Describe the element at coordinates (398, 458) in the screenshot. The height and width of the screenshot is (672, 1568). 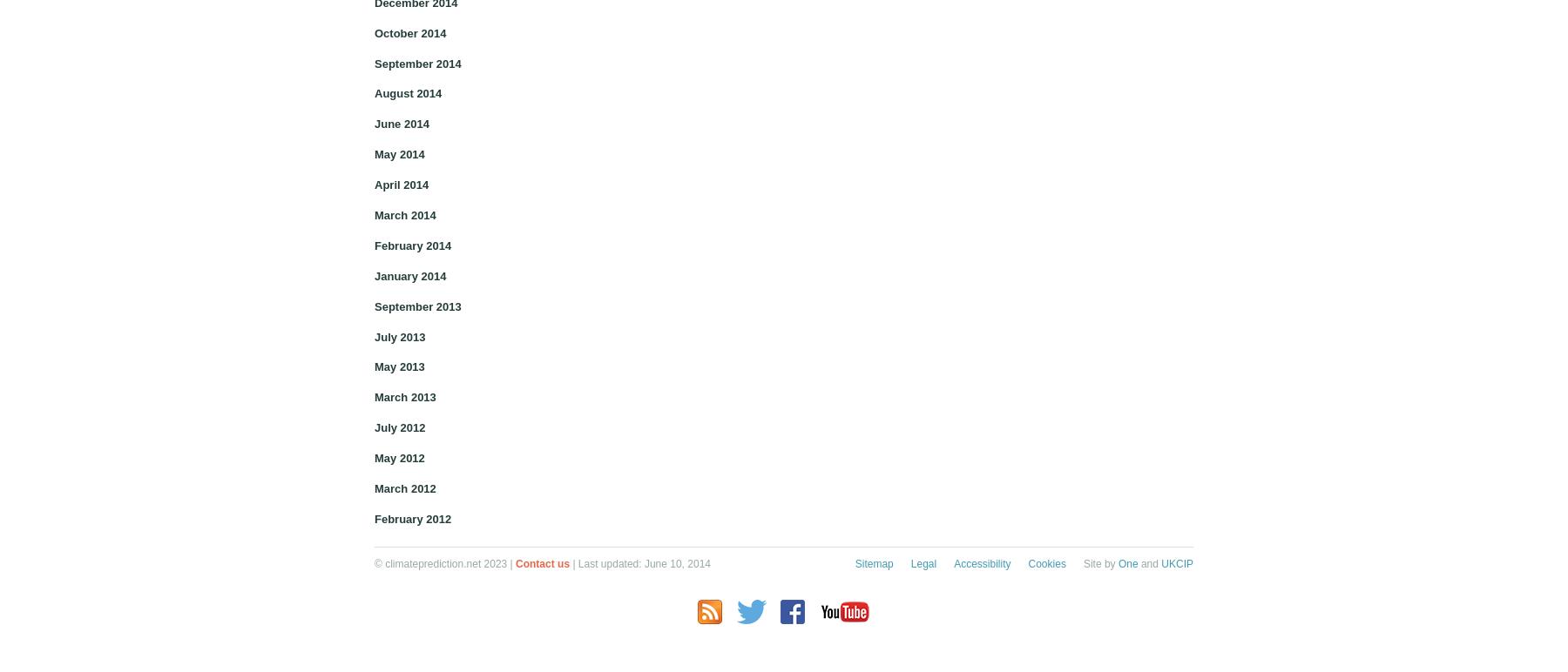
I see `'May 2012'` at that location.